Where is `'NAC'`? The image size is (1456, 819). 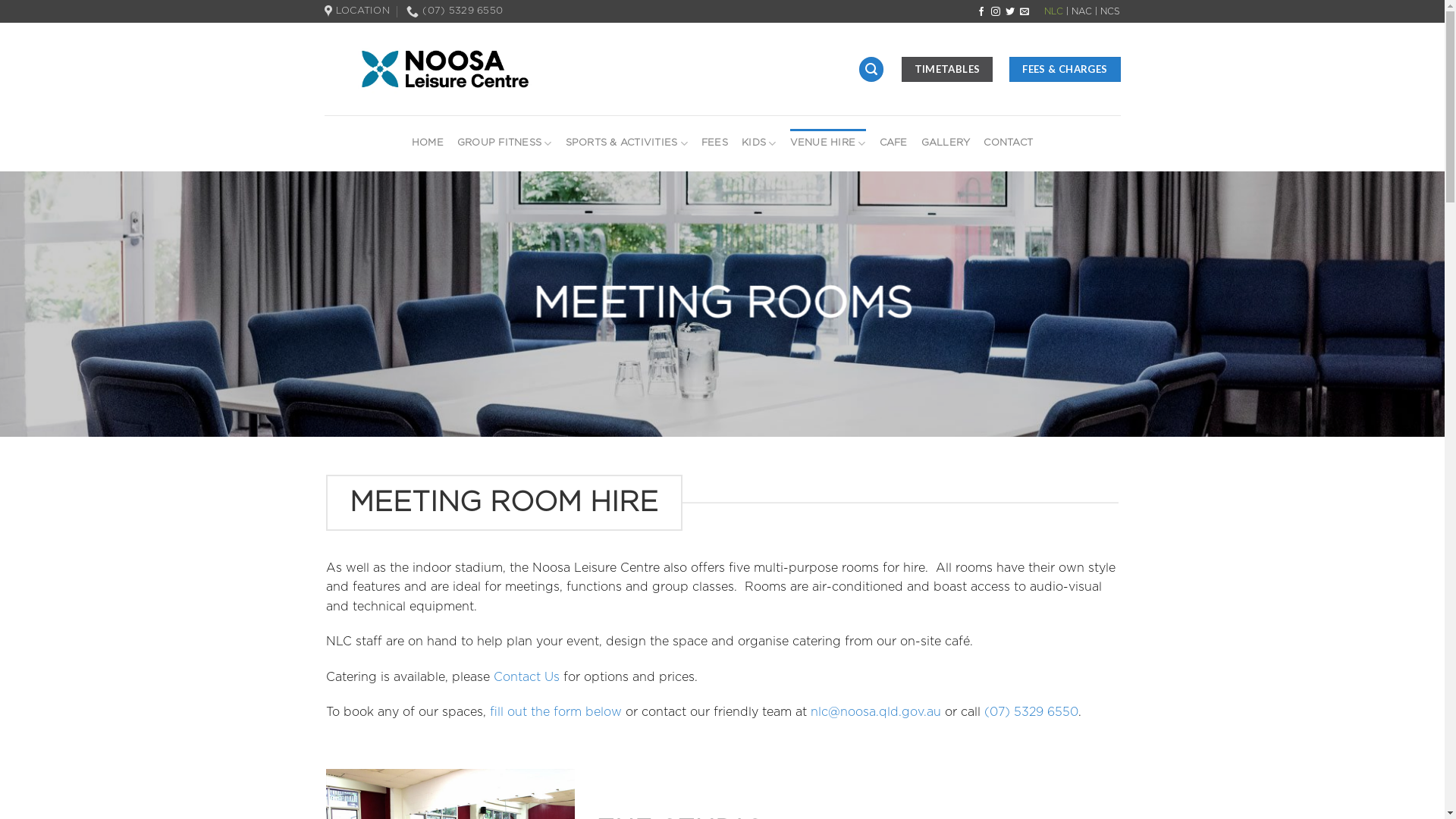
'NAC' is located at coordinates (1081, 11).